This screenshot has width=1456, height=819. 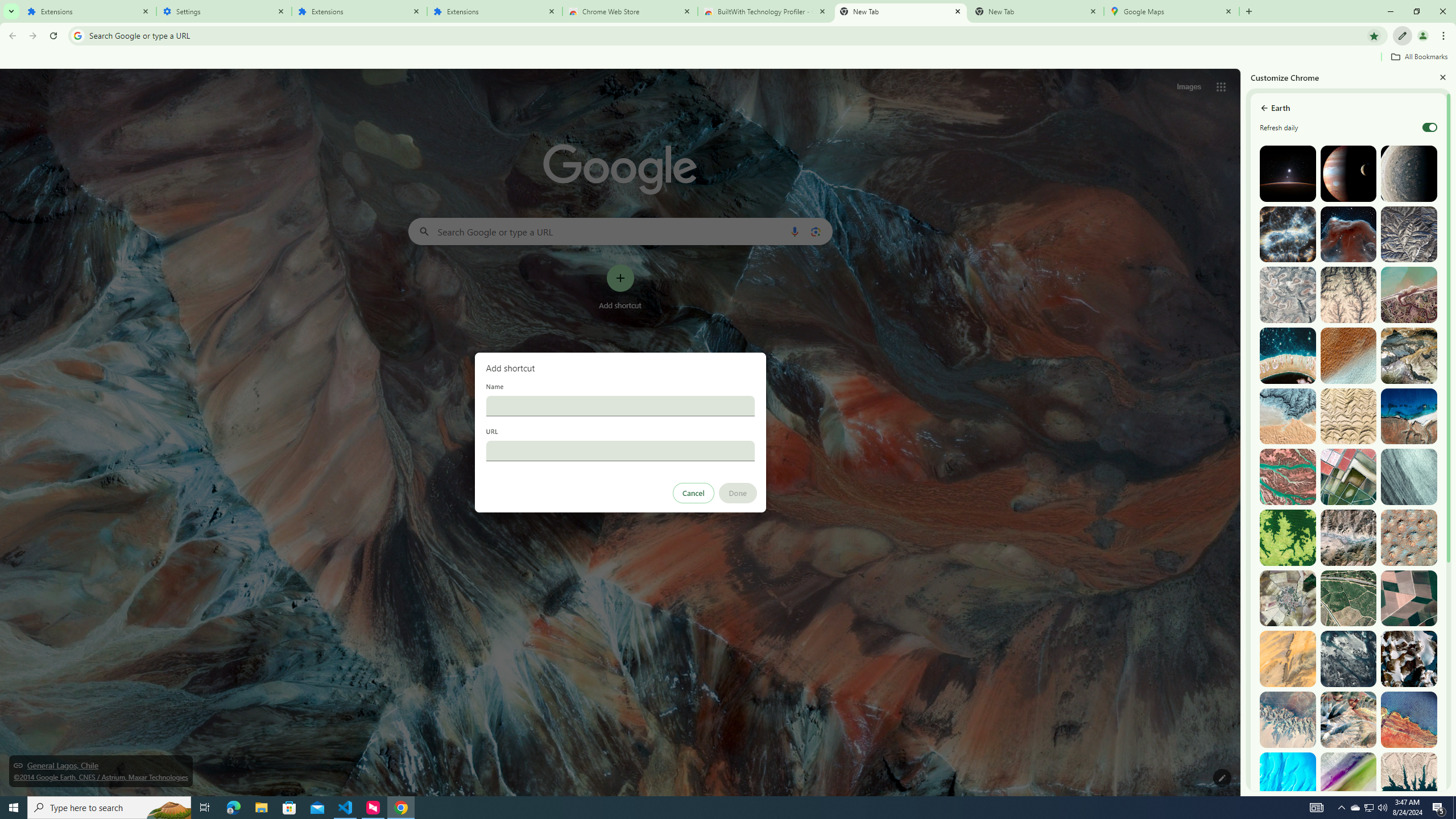 What do you see at coordinates (32, 35) in the screenshot?
I see `'Forward'` at bounding box center [32, 35].